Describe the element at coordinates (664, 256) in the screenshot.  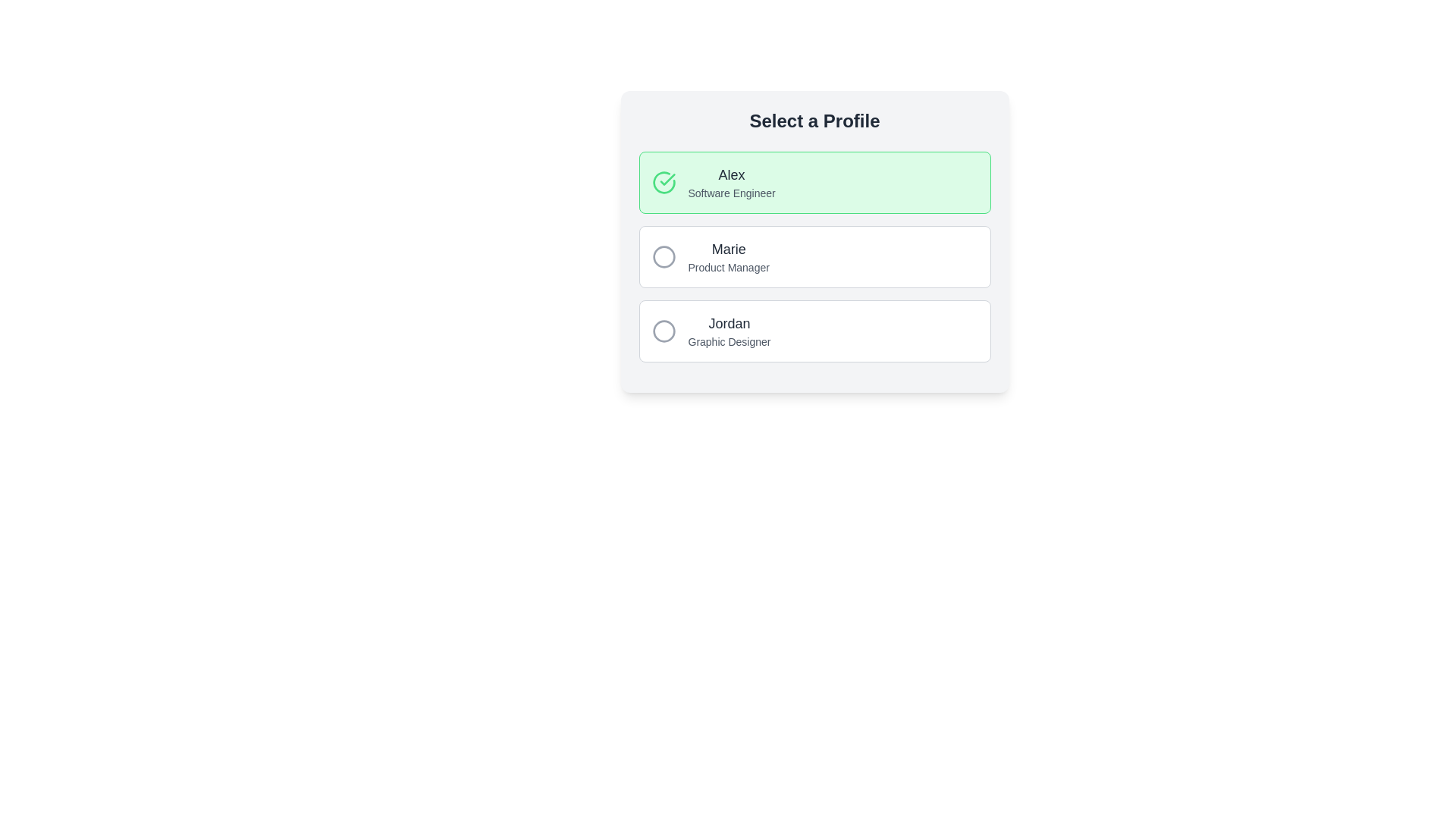
I see `the icon representing the profile labeled 'Marie, Product Manager' within the profile selection list` at that location.